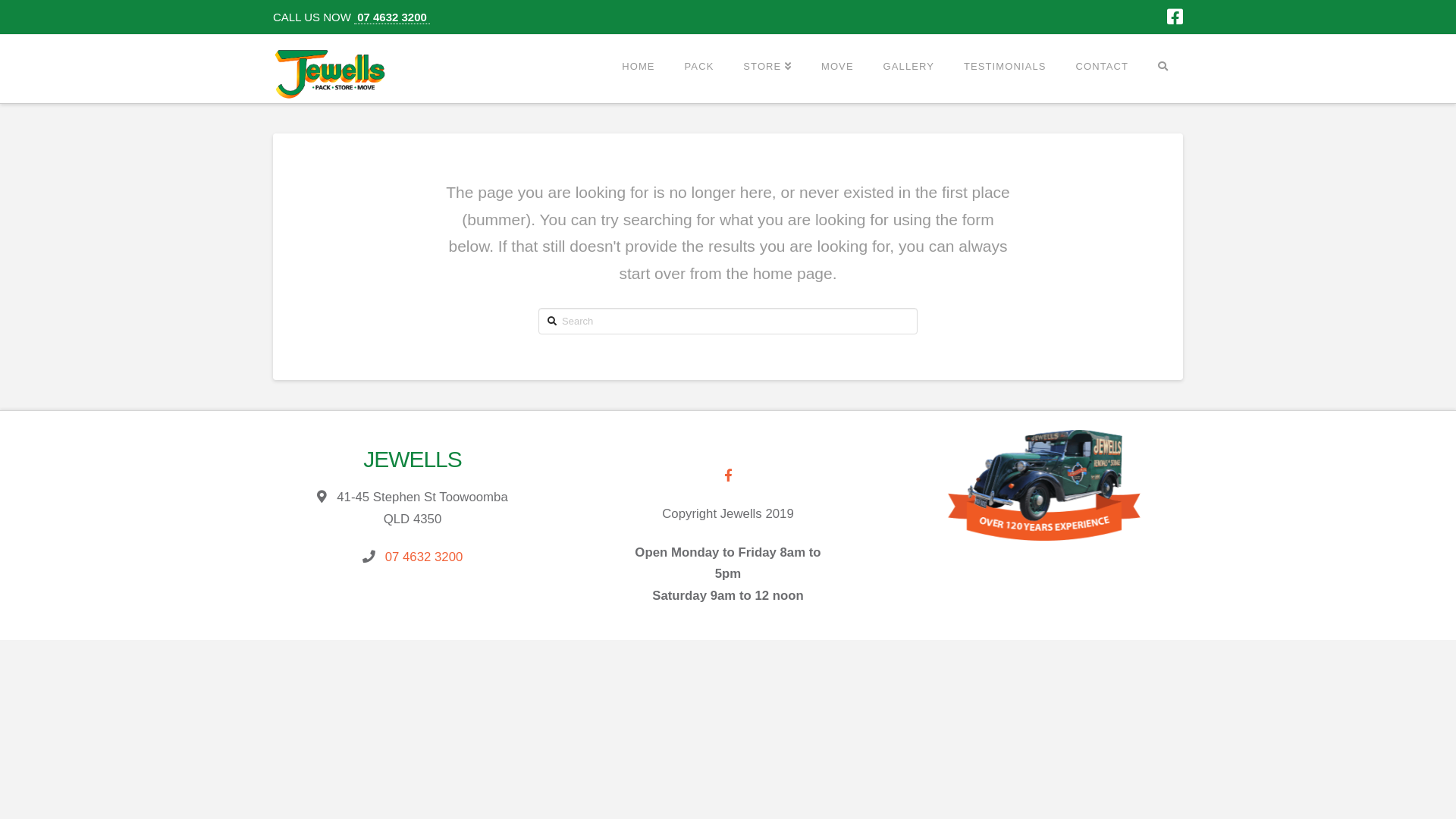 This screenshot has height=819, width=1456. I want to click on 'MOVE', so click(836, 65).